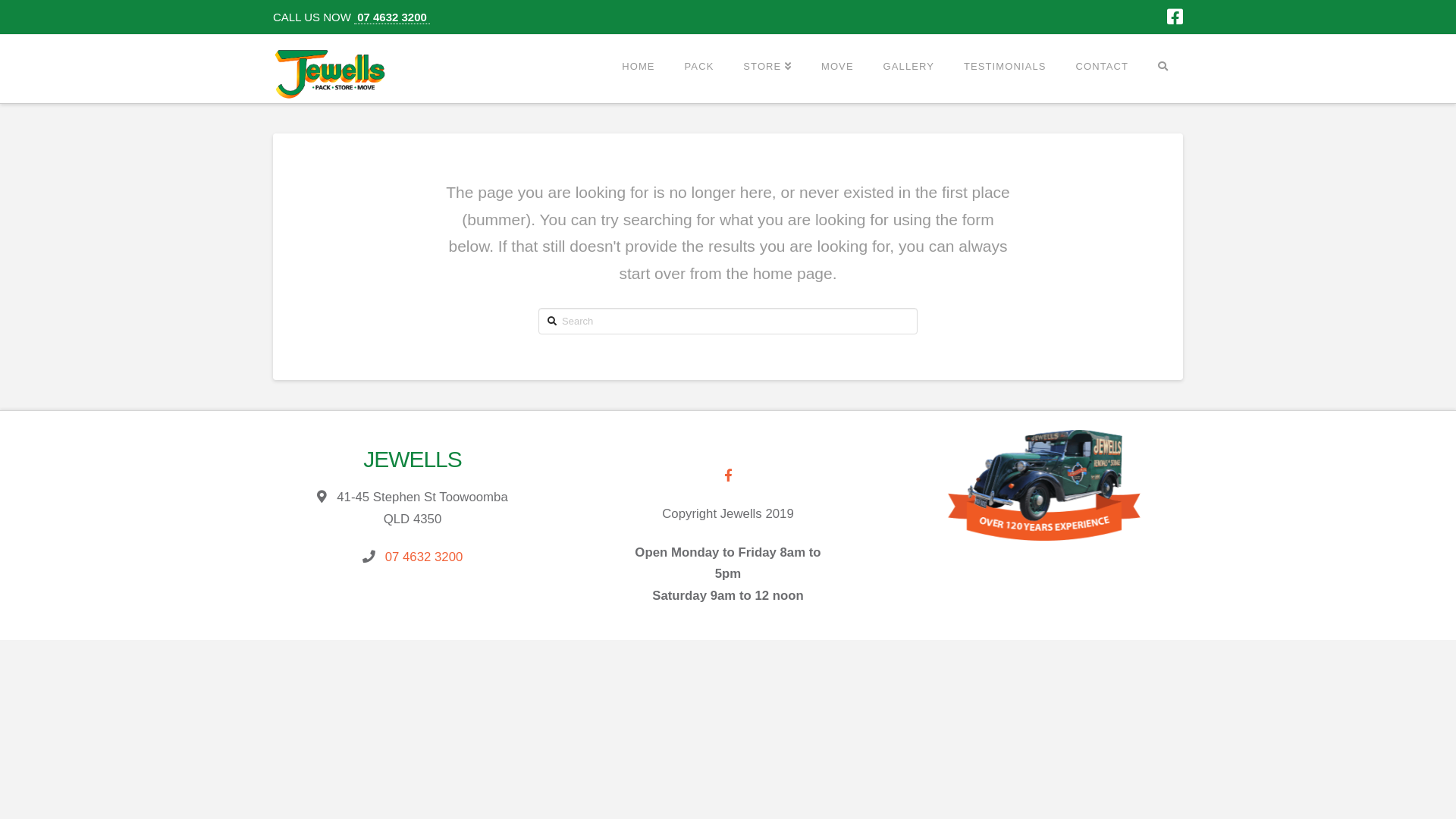 This screenshot has height=819, width=1456. I want to click on 'MOVE', so click(836, 65).